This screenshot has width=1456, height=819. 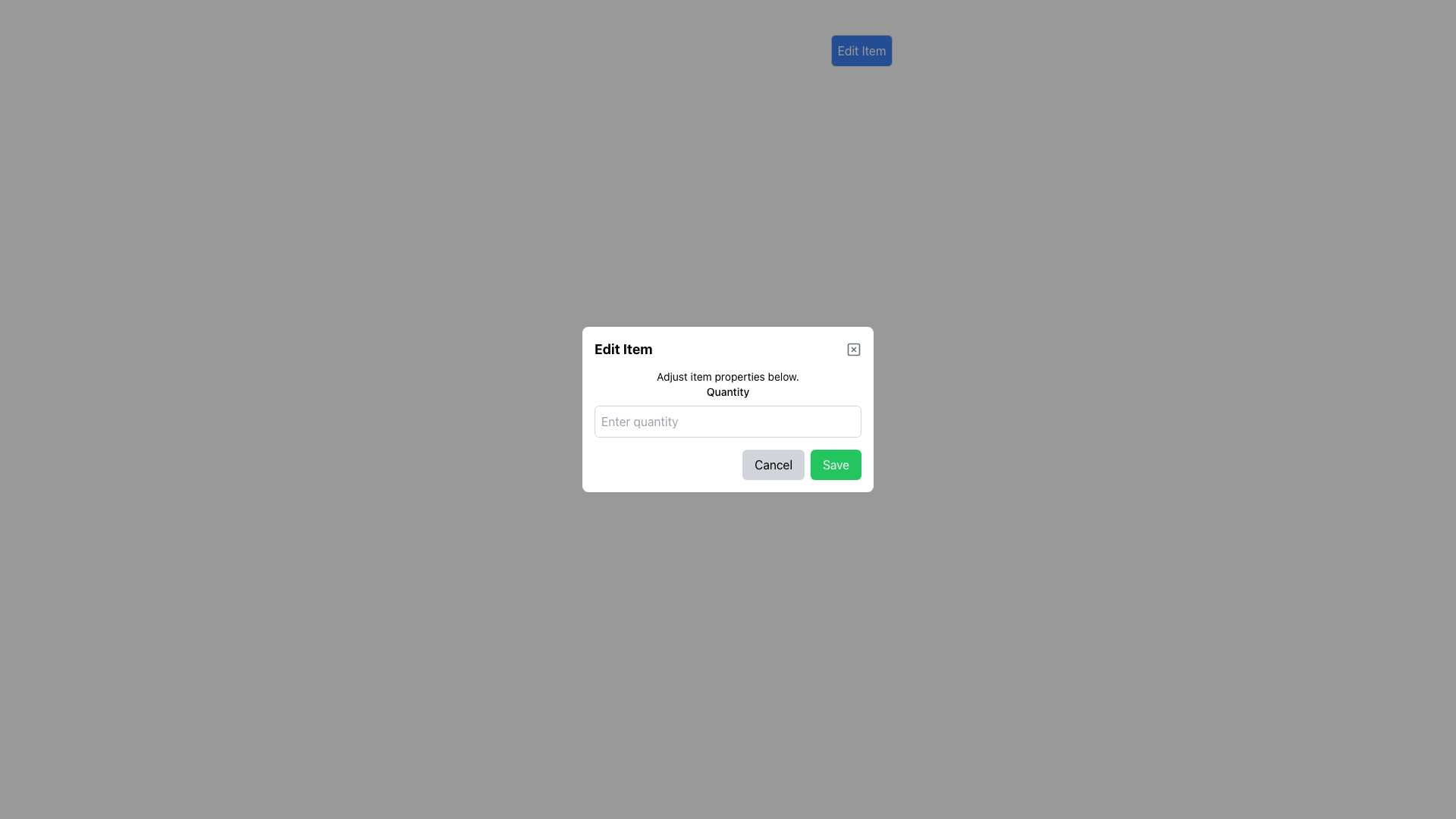 What do you see at coordinates (854, 350) in the screenshot?
I see `the close button located in the top-right corner of the modal, next to the 'Edit Item' title for visual feedback` at bounding box center [854, 350].